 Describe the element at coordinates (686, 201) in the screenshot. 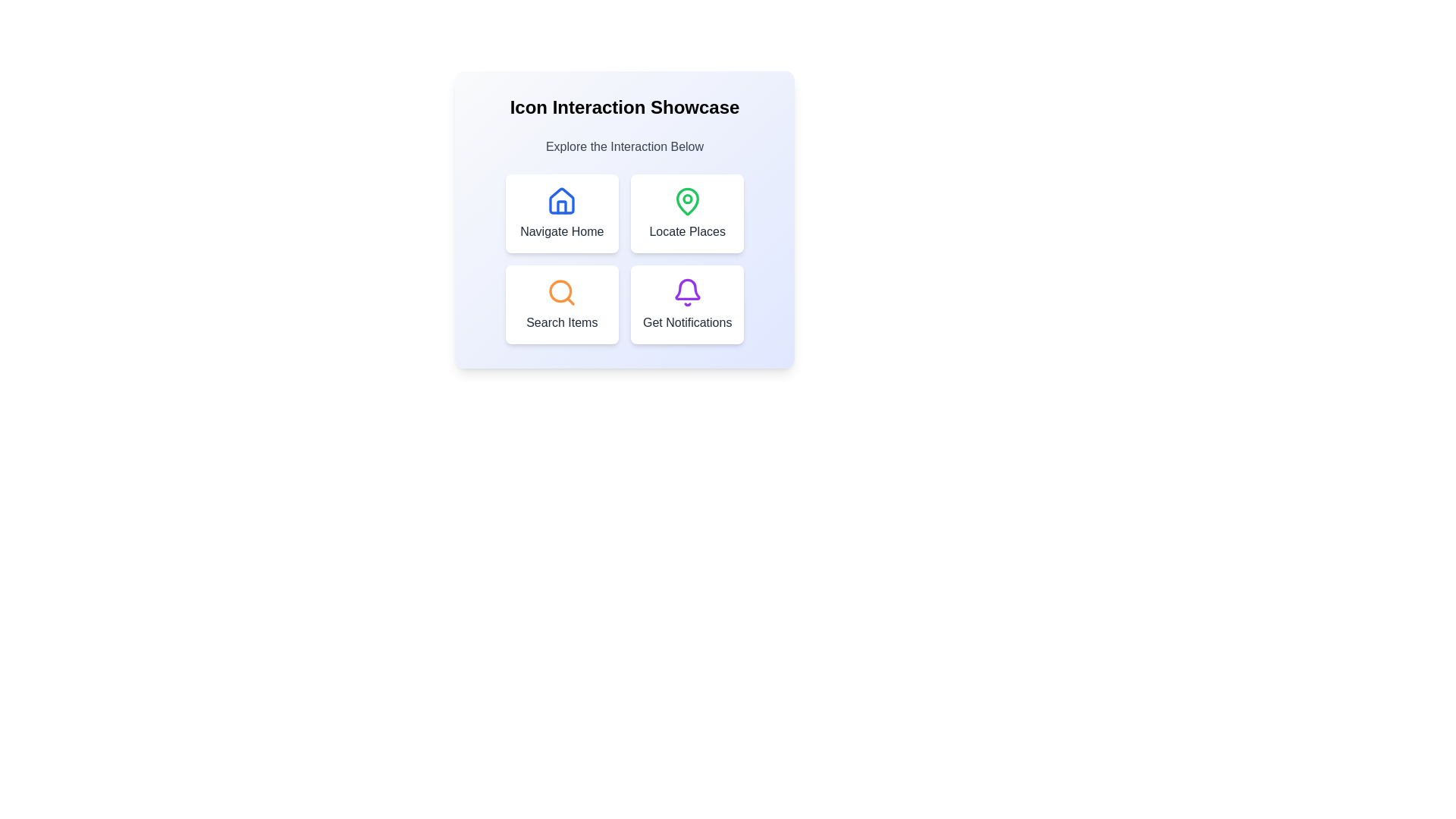

I see `the green map pin icon, which is the second item in the top row of a 2x2 grid layout, located to the right of the blue house icon and above the orange magnifying glass icon` at that location.